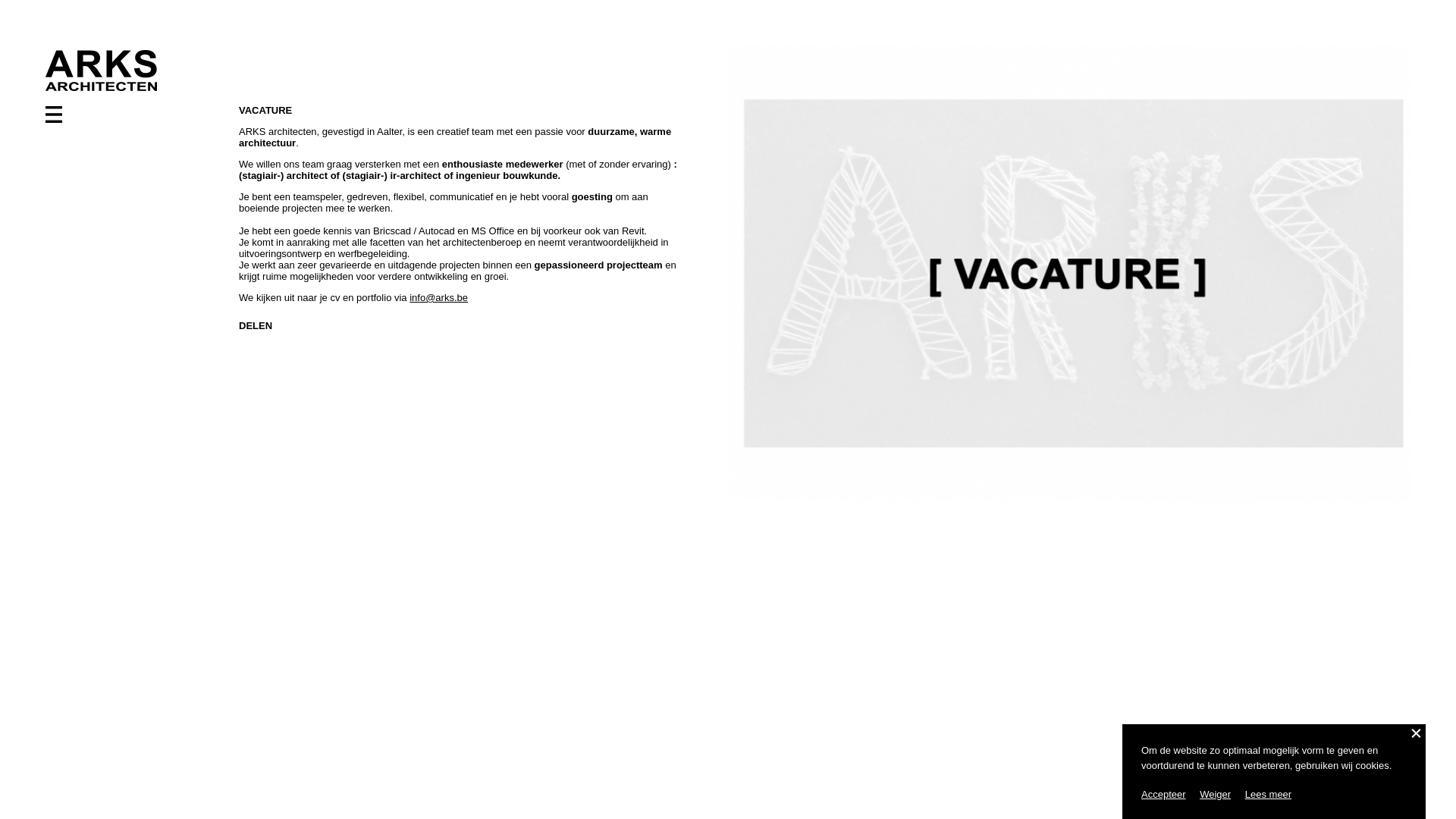 The height and width of the screenshot is (819, 1456). Describe the element at coordinates (1268, 793) in the screenshot. I see `'Lees meer'` at that location.